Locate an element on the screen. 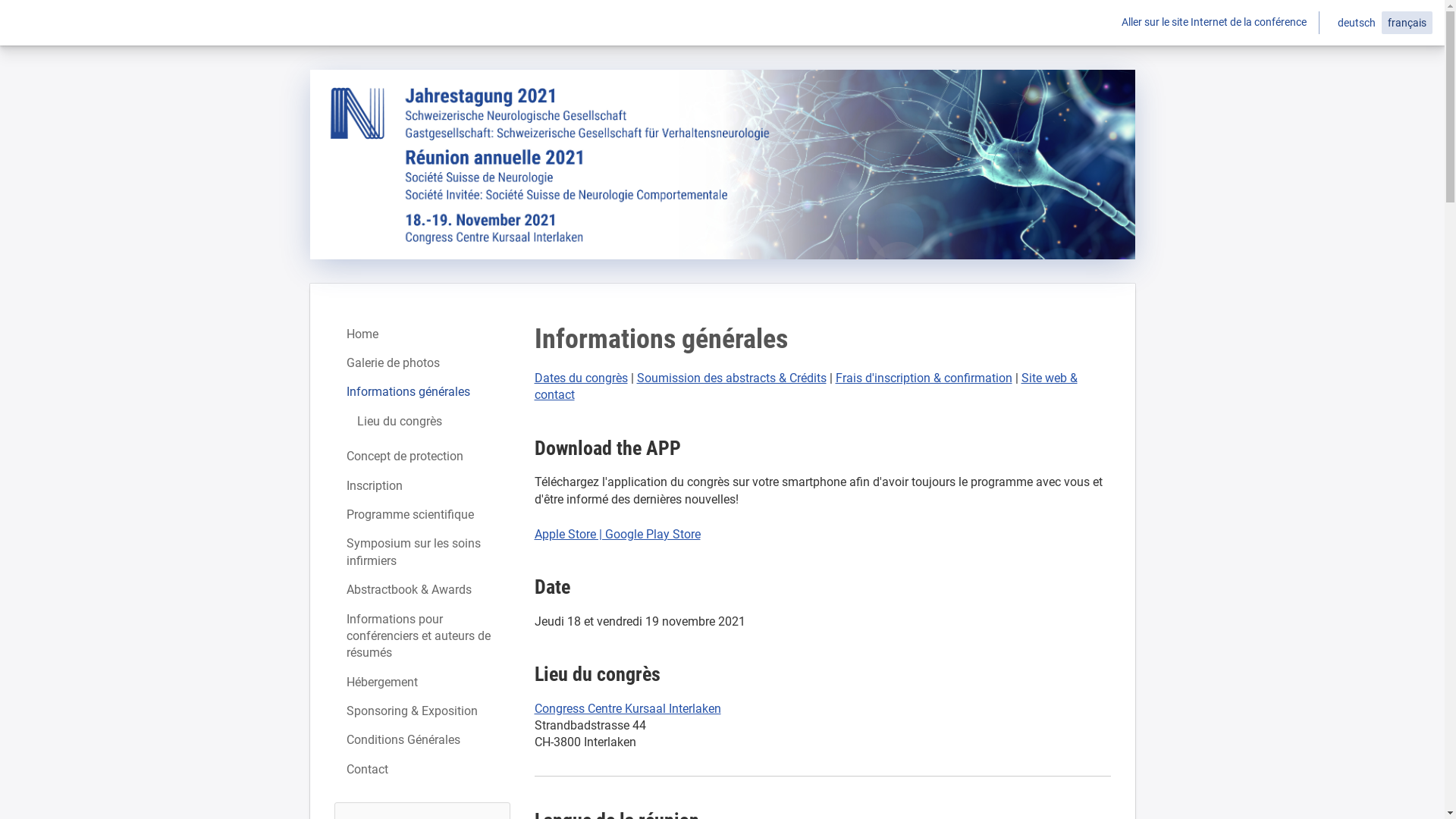 The image size is (1456, 819). 'Programme scientifique' is located at coordinates (422, 513).